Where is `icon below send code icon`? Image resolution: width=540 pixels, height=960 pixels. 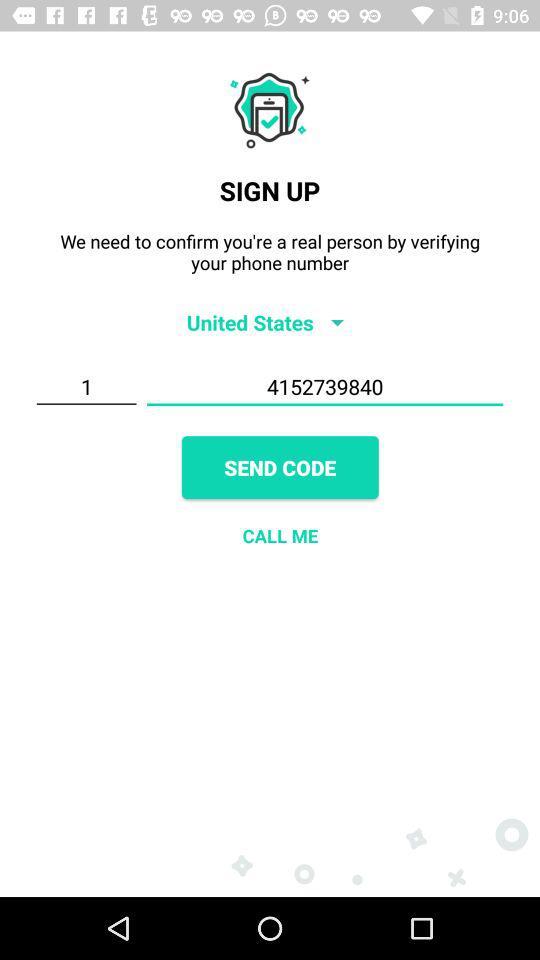 icon below send code icon is located at coordinates (279, 534).